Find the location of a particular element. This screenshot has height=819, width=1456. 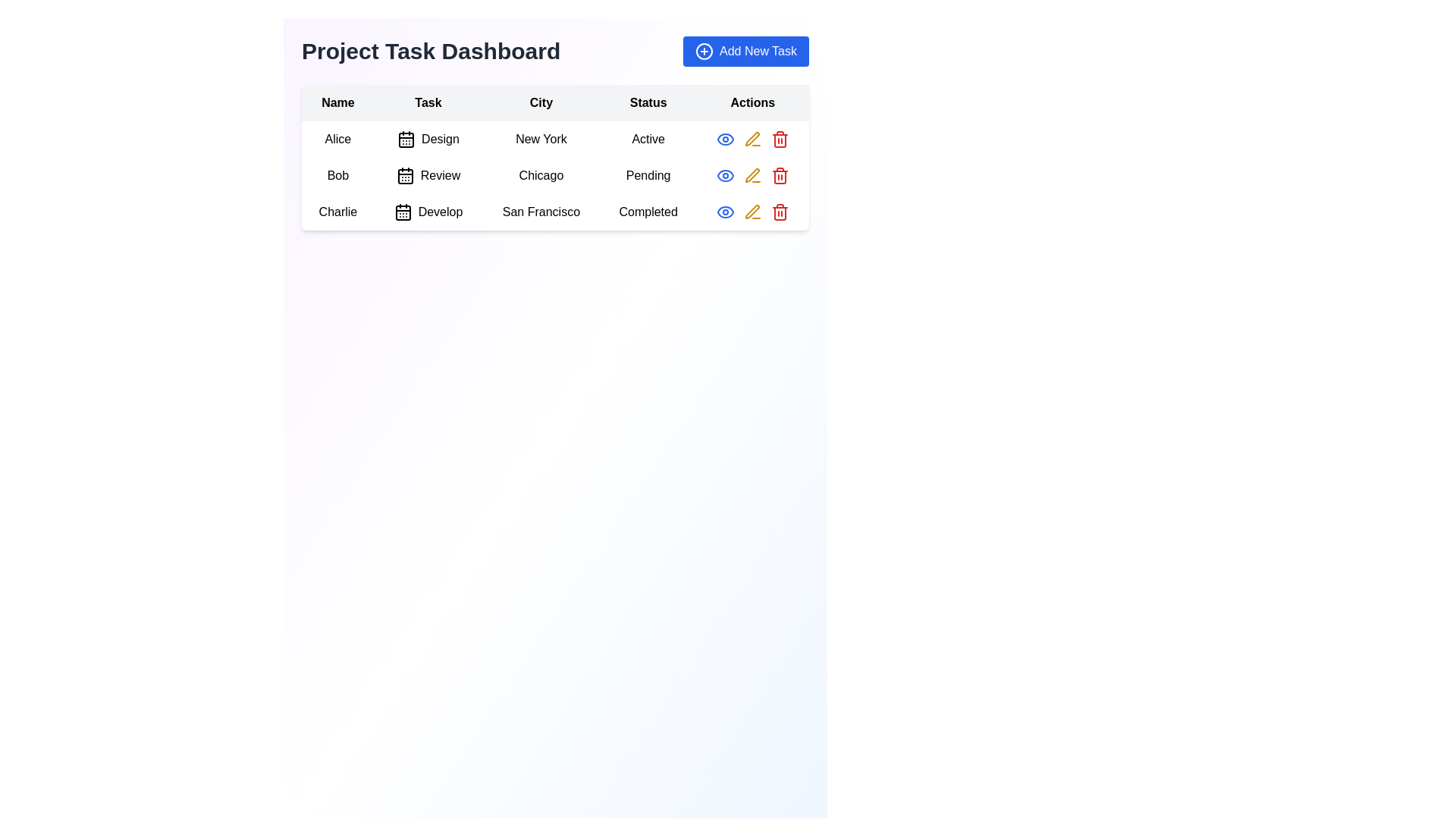

the circular icon with a plus sign that is inside the blue button labeled 'Add New Task' located at the top right corner of the interface is located at coordinates (704, 51).